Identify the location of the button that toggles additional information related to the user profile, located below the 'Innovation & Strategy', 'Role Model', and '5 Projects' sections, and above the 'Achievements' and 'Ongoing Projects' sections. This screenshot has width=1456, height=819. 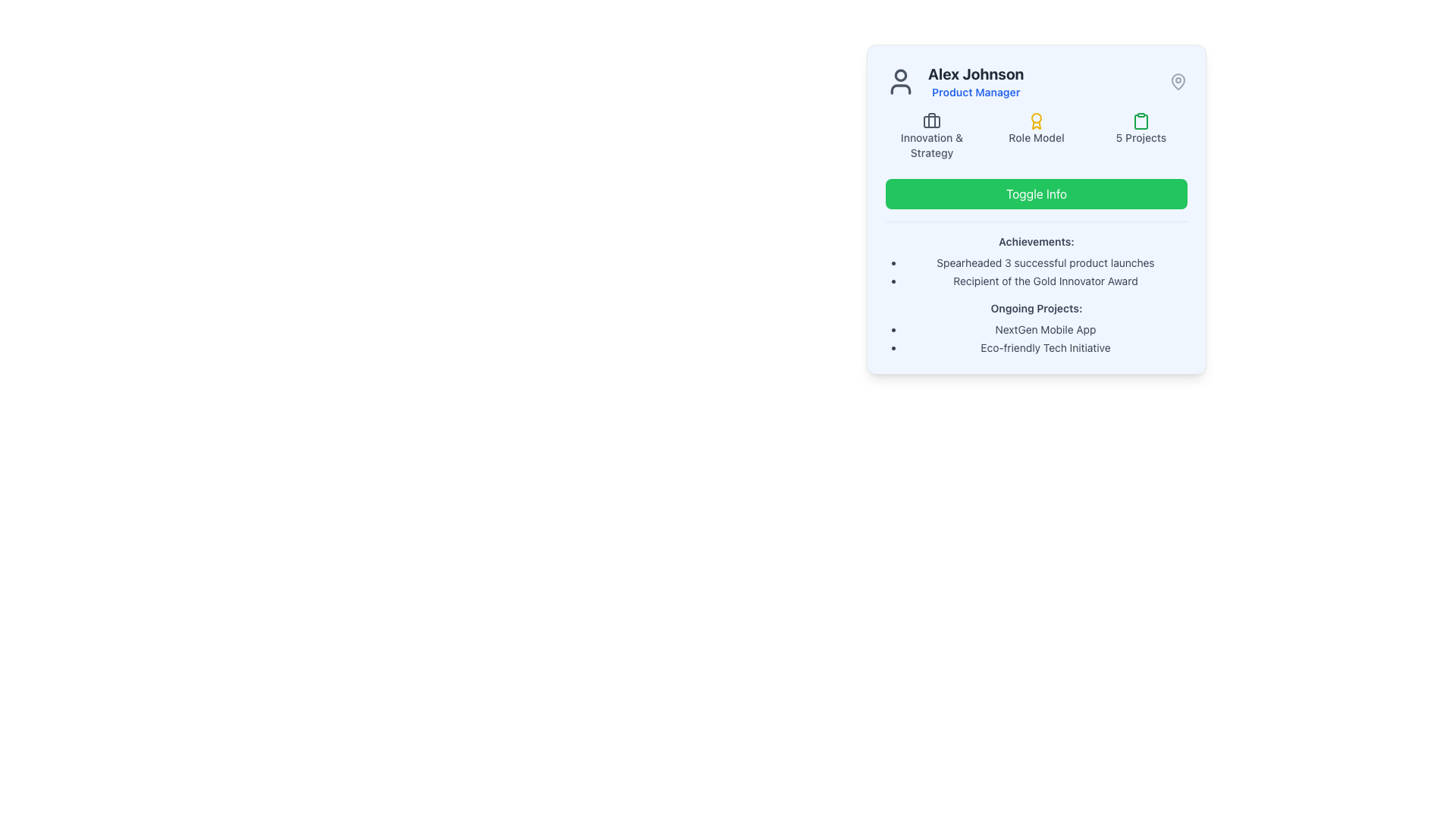
(1036, 193).